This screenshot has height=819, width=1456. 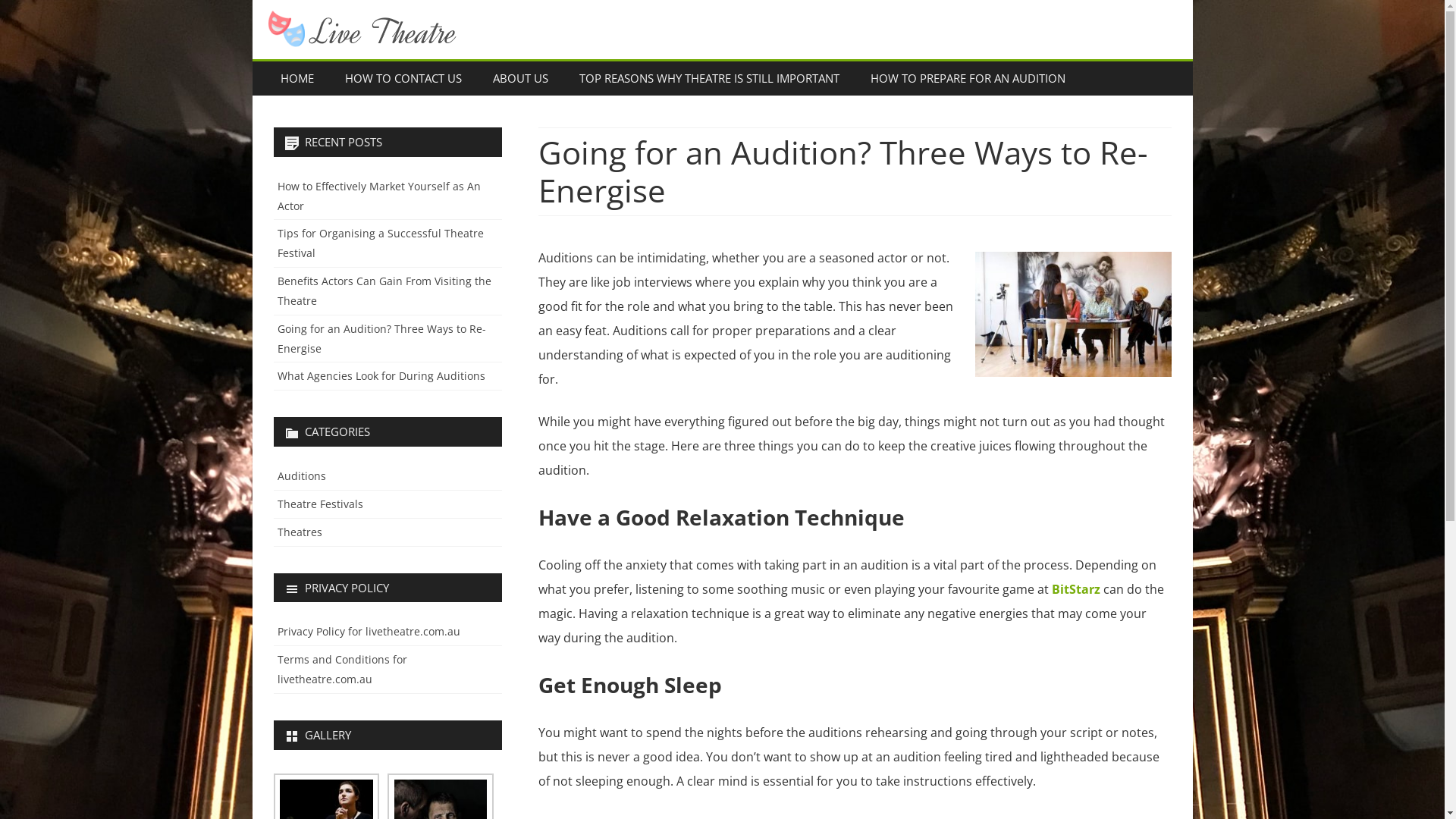 I want to click on 'HOW TO PREPARE FOR AN AUDITION', so click(x=966, y=78).